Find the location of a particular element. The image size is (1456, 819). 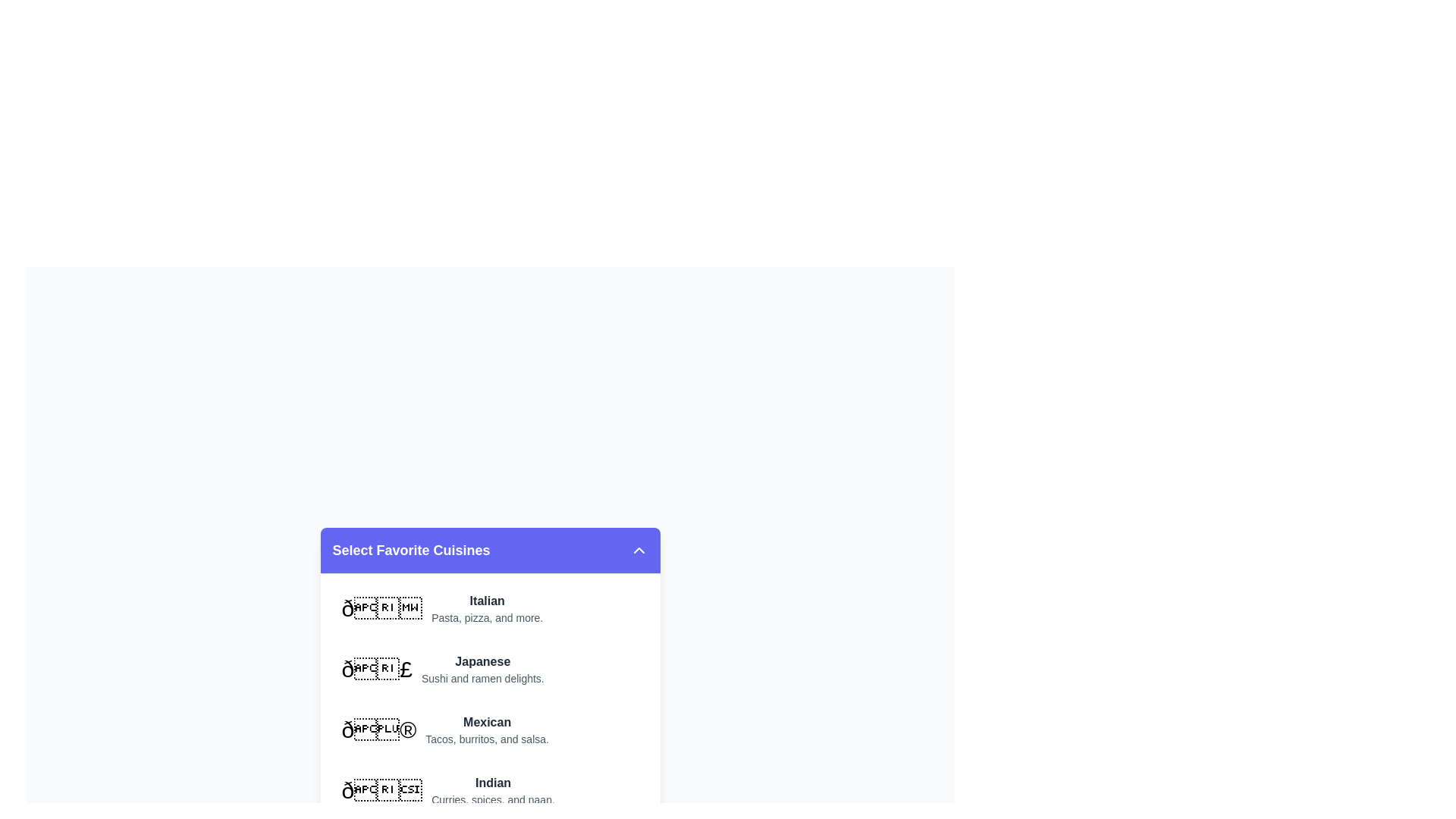

the horizontally aligned list item that displays the emoji and the bolded text 'Japanese' with a description 'Sushi and ramen delights.' to change its background color is located at coordinates (490, 668).